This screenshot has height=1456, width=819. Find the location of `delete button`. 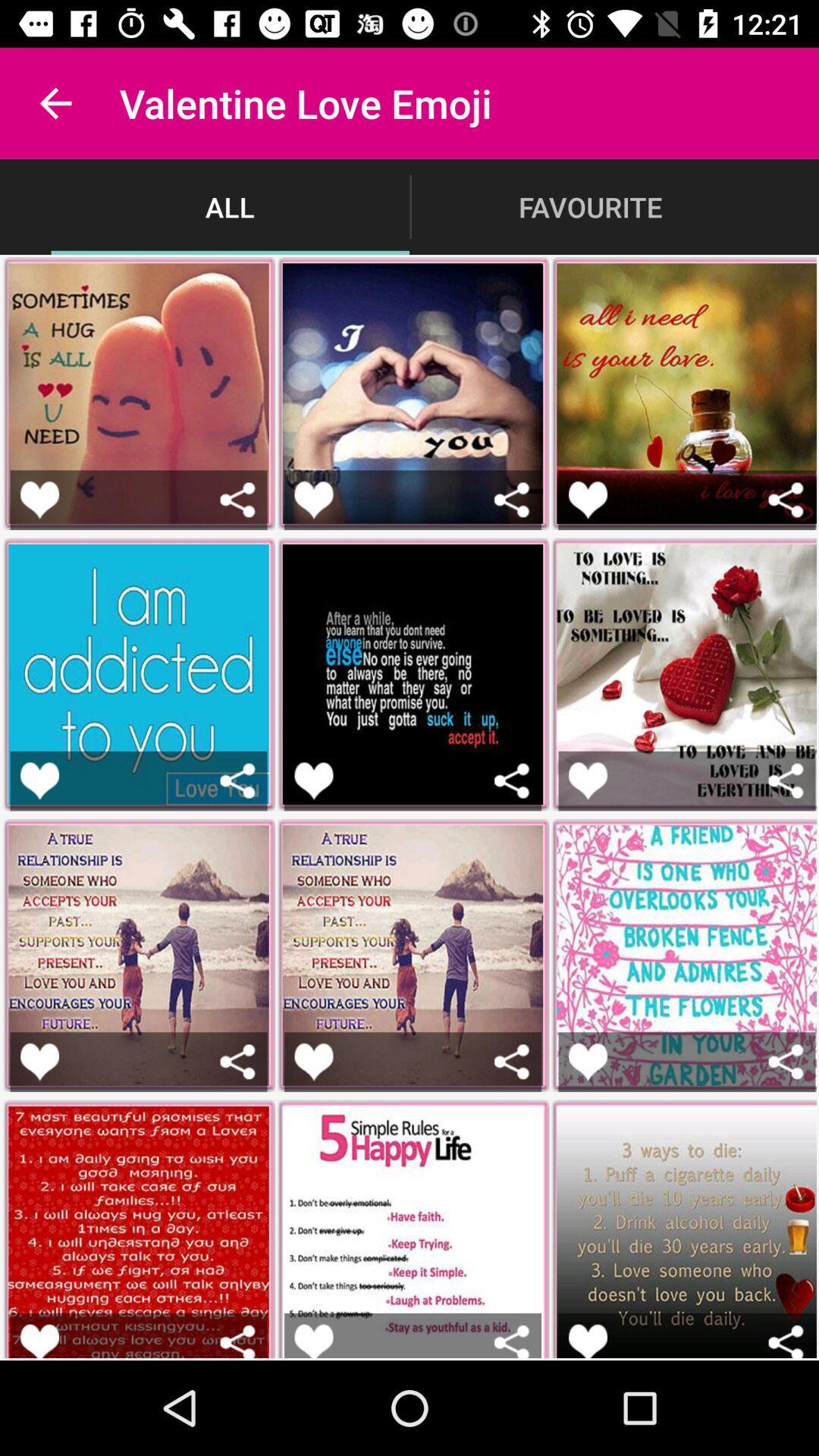

delete button is located at coordinates (785, 1341).